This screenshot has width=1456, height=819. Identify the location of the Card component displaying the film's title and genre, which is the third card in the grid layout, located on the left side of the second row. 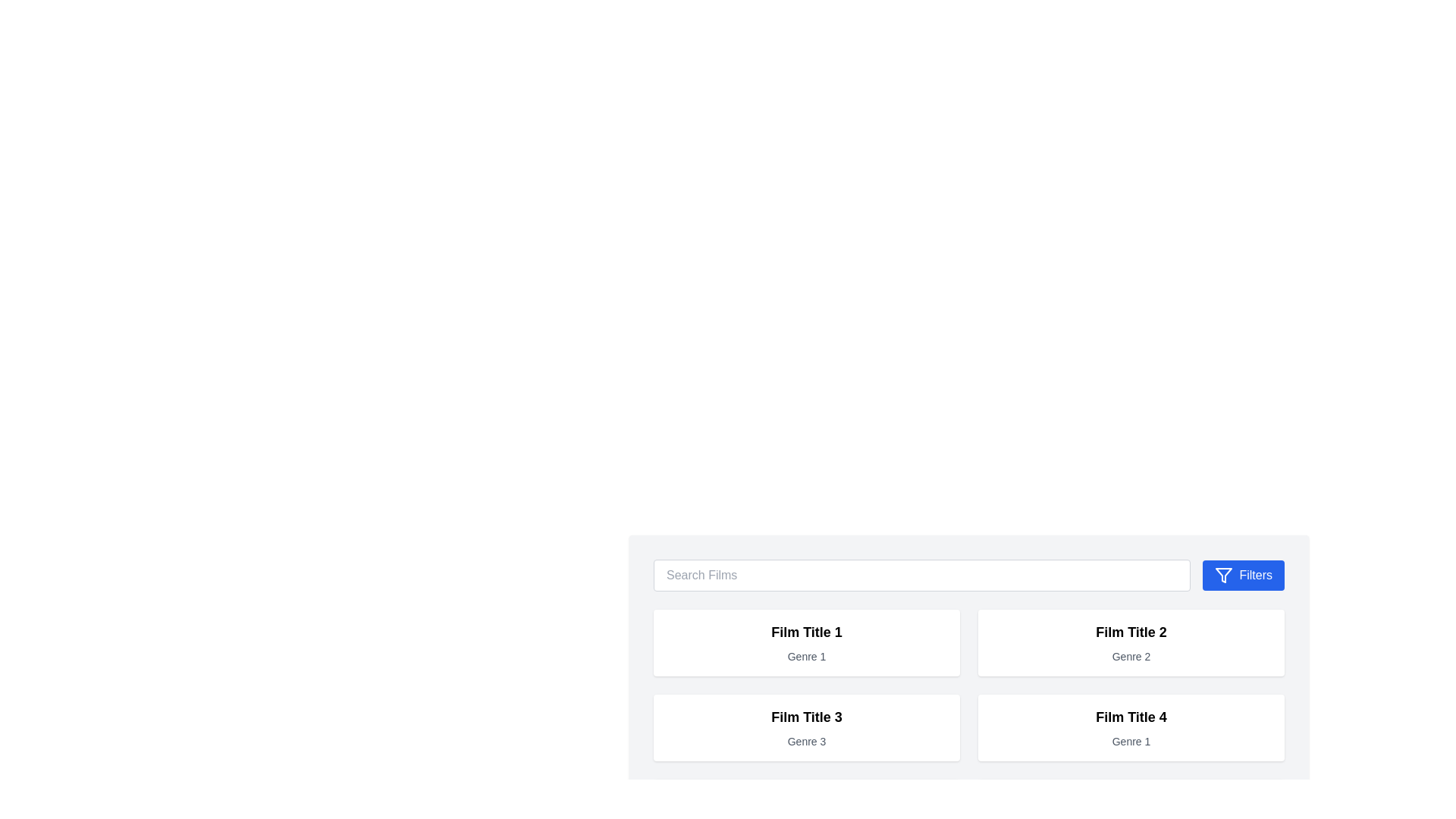
(806, 727).